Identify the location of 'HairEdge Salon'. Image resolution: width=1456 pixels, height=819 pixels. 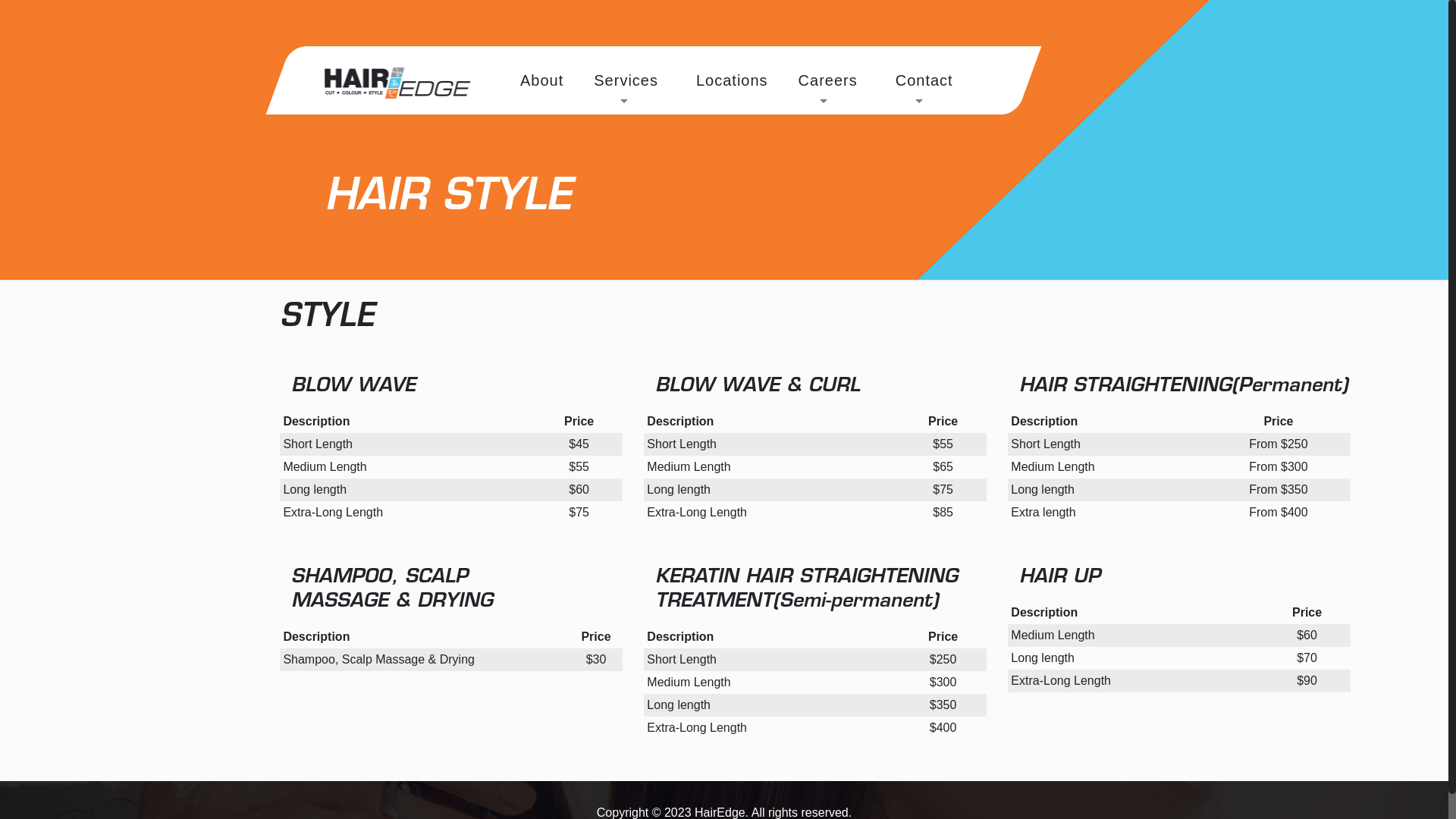
(397, 90).